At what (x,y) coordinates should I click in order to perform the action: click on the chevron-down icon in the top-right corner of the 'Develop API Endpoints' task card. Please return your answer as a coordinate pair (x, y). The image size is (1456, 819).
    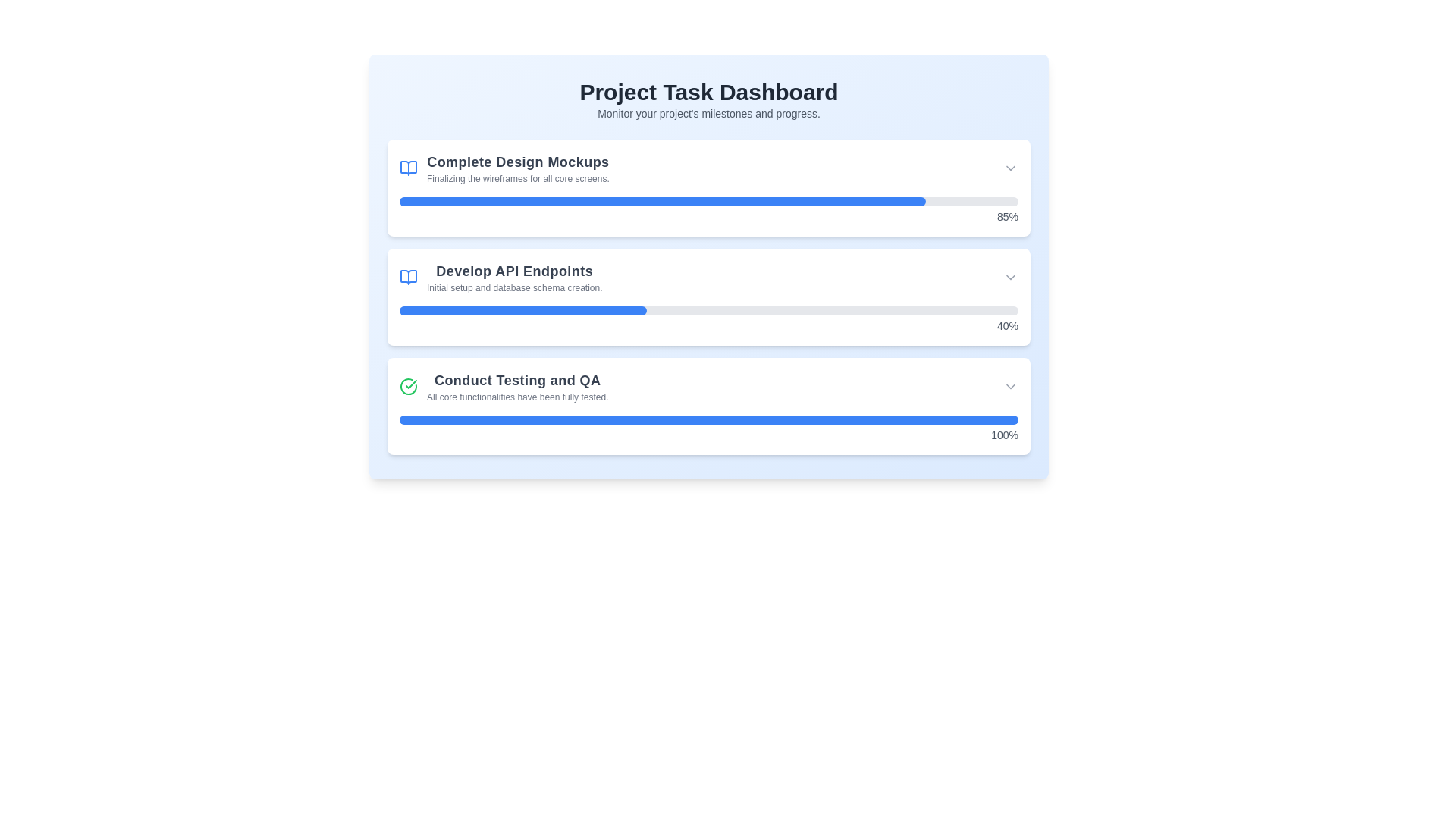
    Looking at the image, I should click on (1011, 278).